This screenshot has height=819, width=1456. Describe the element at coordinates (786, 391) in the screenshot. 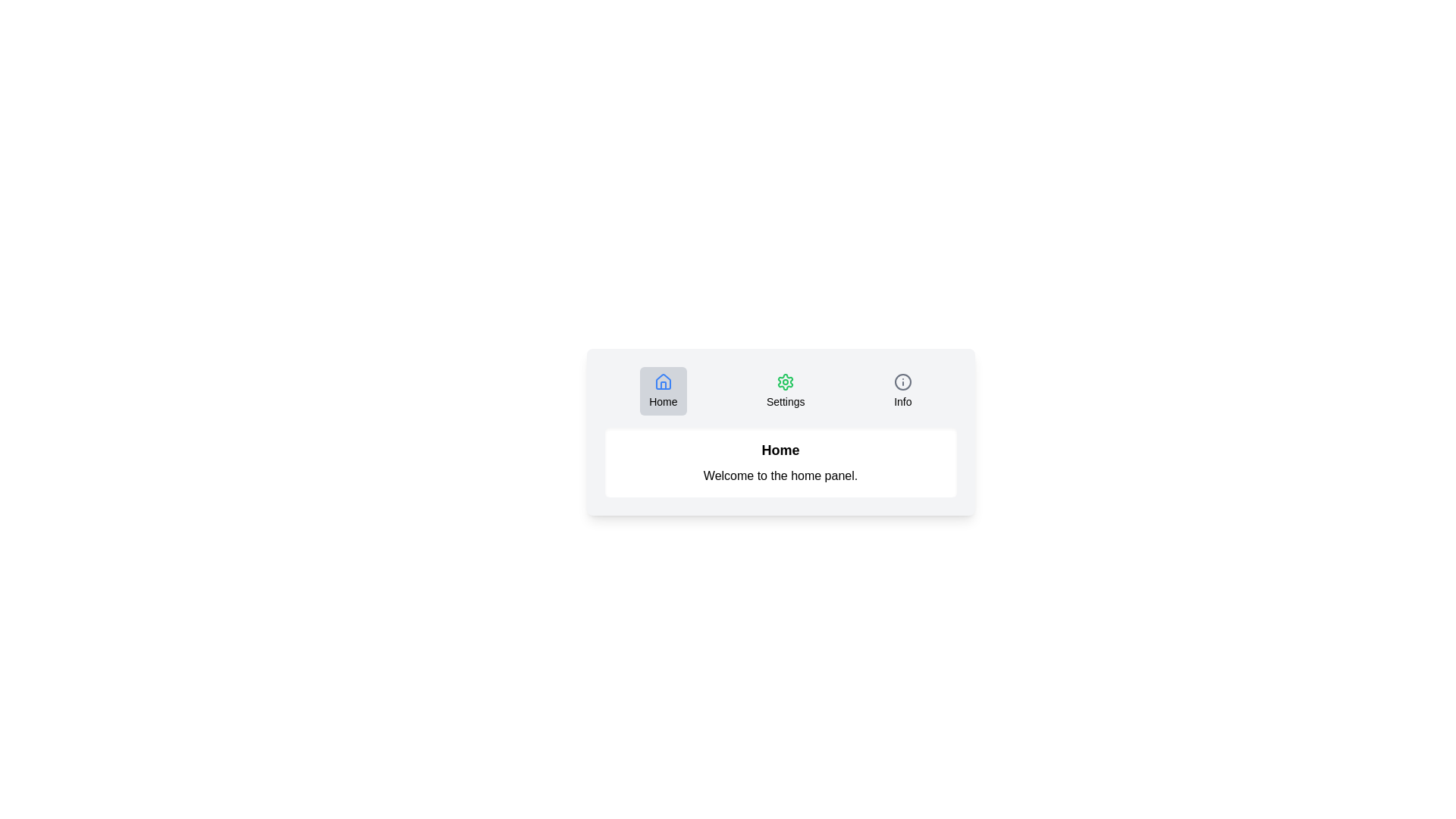

I see `the tab icon labeled Settings to inspect its information` at that location.